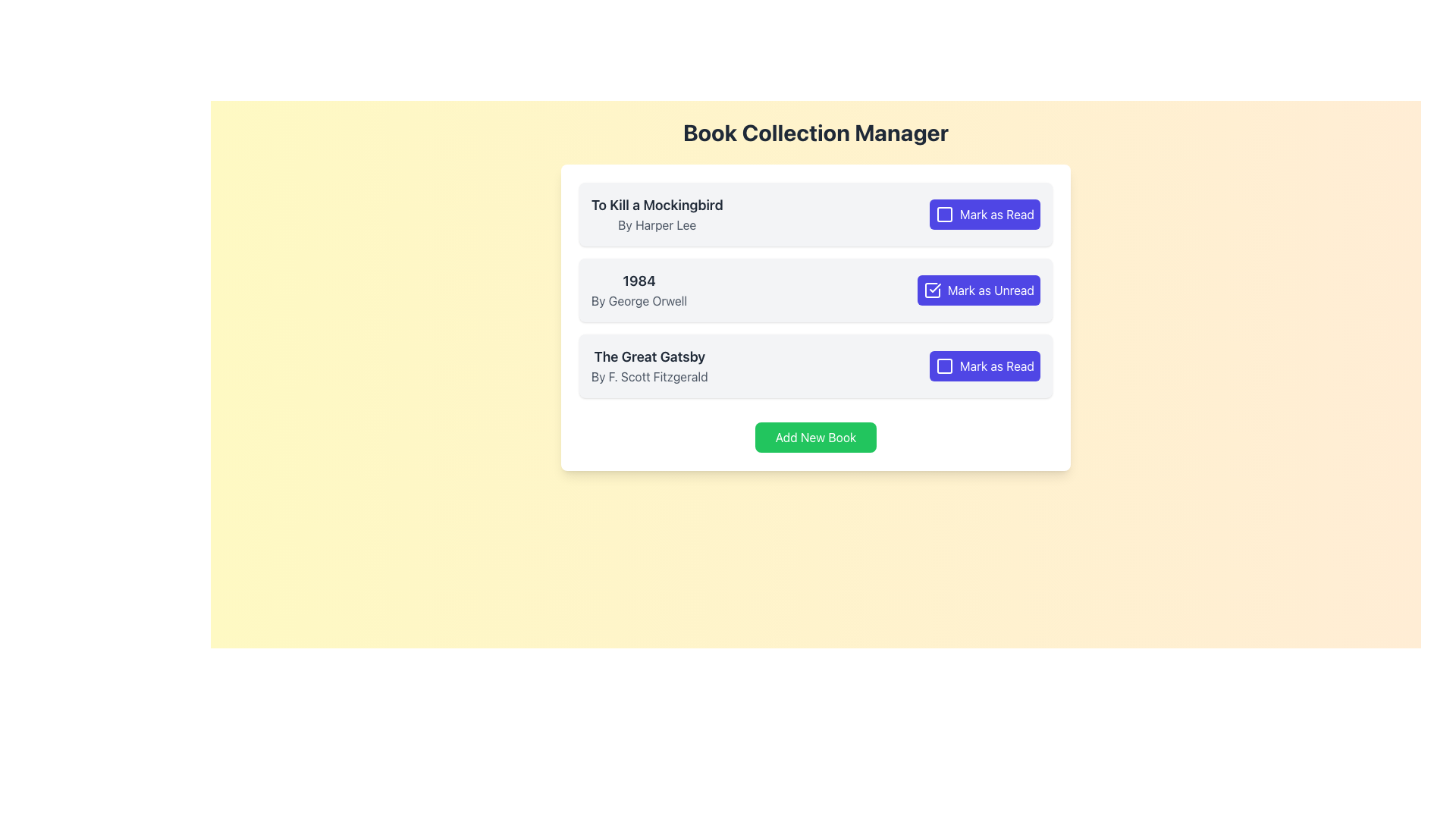 This screenshot has height=819, width=1456. I want to click on the checkmark icon styled as an SVG graphic, part of the 'Mark as Unread' button with a purple background in the book list card interface for the book '1984' by George Orwell, so click(934, 288).